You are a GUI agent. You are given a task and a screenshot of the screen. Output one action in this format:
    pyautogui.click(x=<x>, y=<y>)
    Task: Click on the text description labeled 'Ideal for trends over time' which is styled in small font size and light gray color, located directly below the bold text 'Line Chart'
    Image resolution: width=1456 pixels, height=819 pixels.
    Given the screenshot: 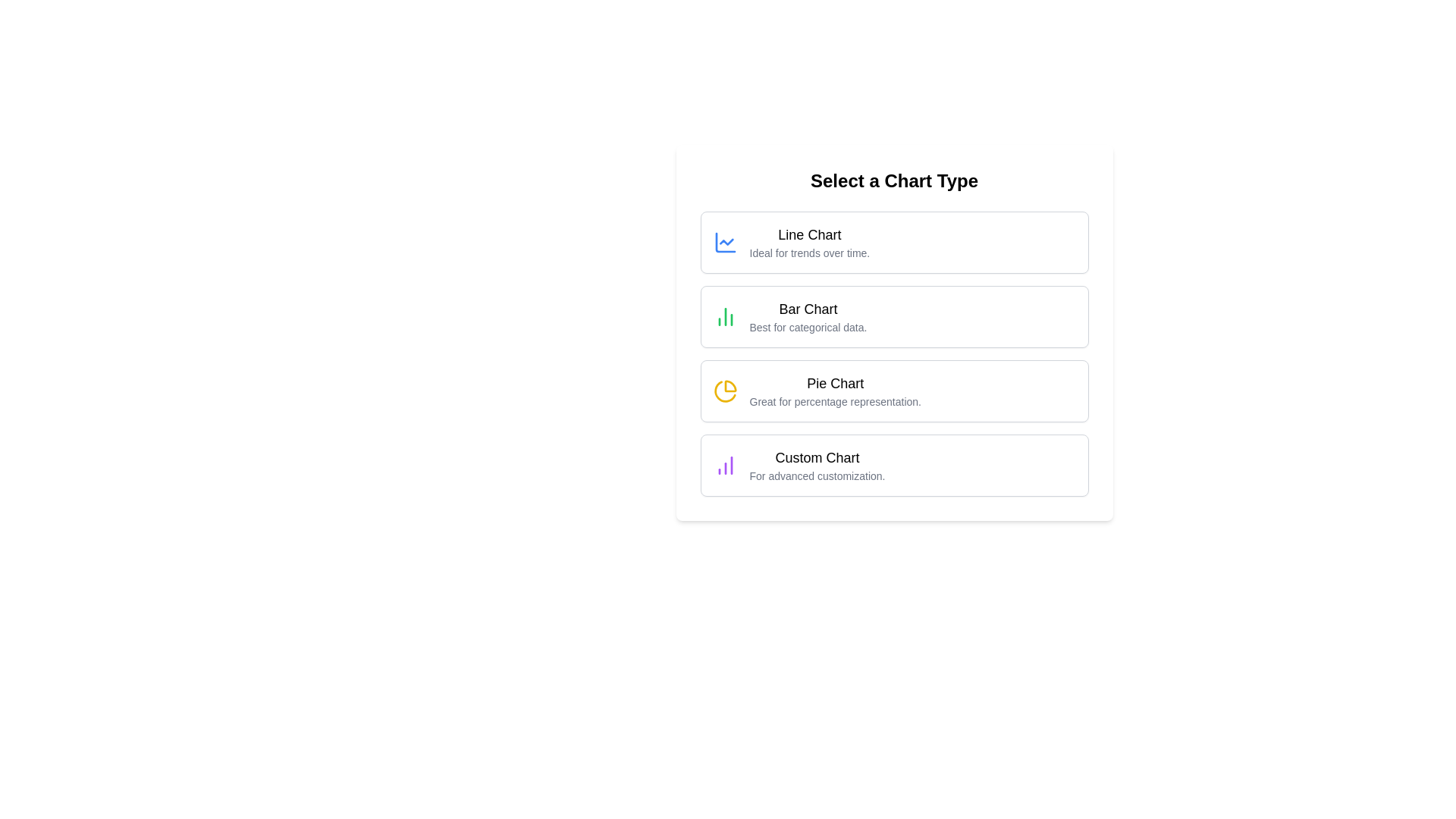 What is the action you would take?
    pyautogui.click(x=808, y=253)
    